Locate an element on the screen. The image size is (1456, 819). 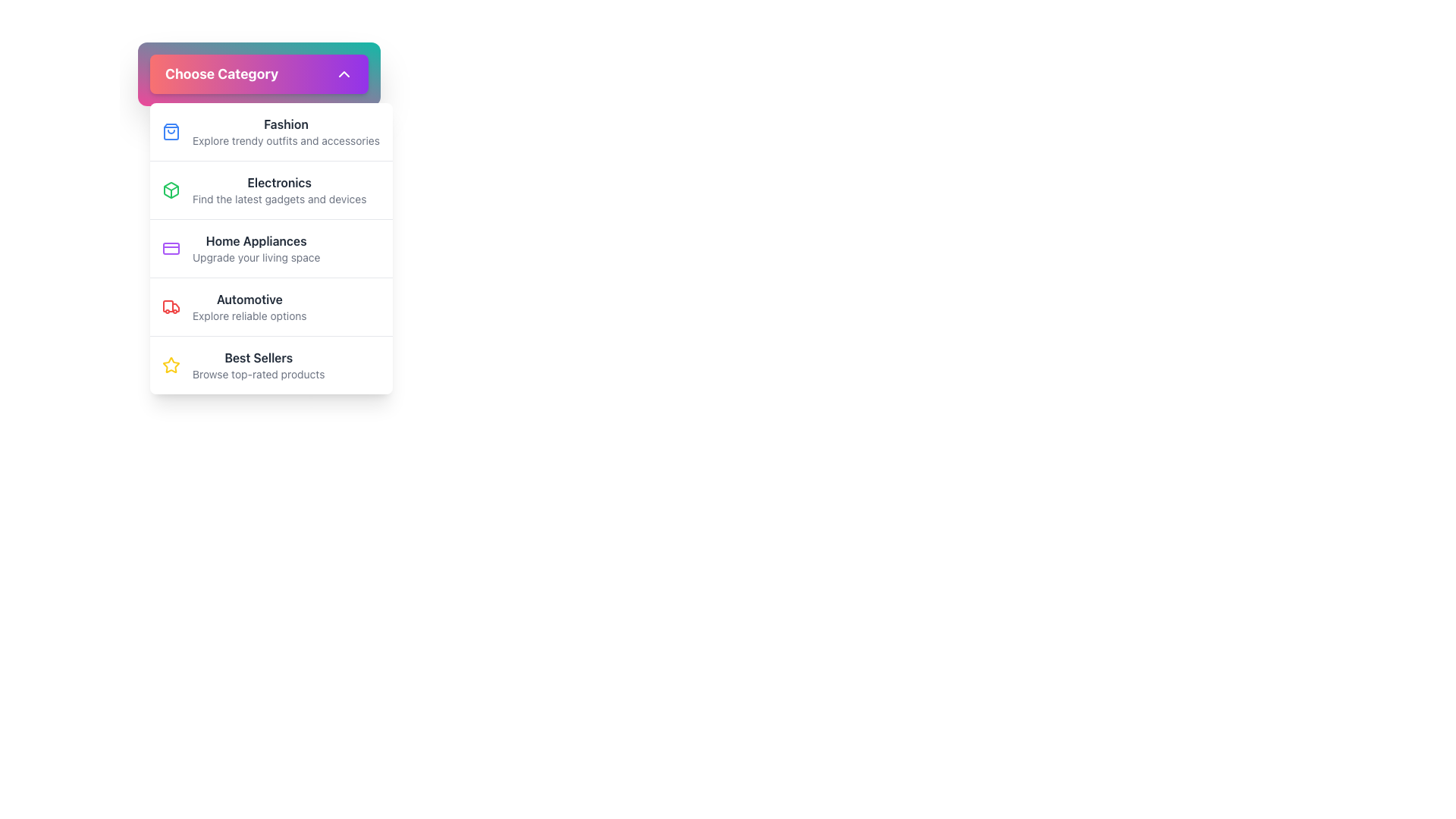
the text label indicating the 'Automotive' category in the menu card, which is positioned in the top half of the fourth entry of a vertical list is located at coordinates (249, 299).